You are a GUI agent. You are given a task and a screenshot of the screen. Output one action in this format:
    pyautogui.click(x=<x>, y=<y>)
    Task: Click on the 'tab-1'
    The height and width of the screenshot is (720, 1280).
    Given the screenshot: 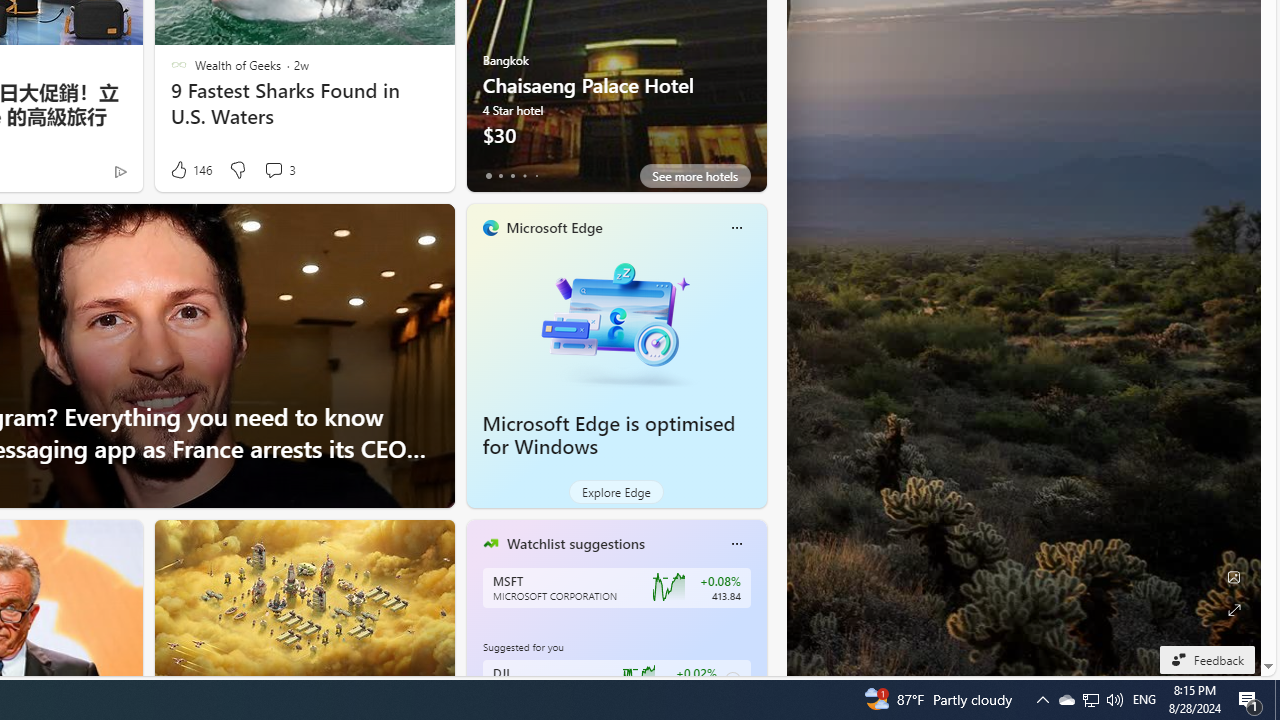 What is the action you would take?
    pyautogui.click(x=500, y=175)
    